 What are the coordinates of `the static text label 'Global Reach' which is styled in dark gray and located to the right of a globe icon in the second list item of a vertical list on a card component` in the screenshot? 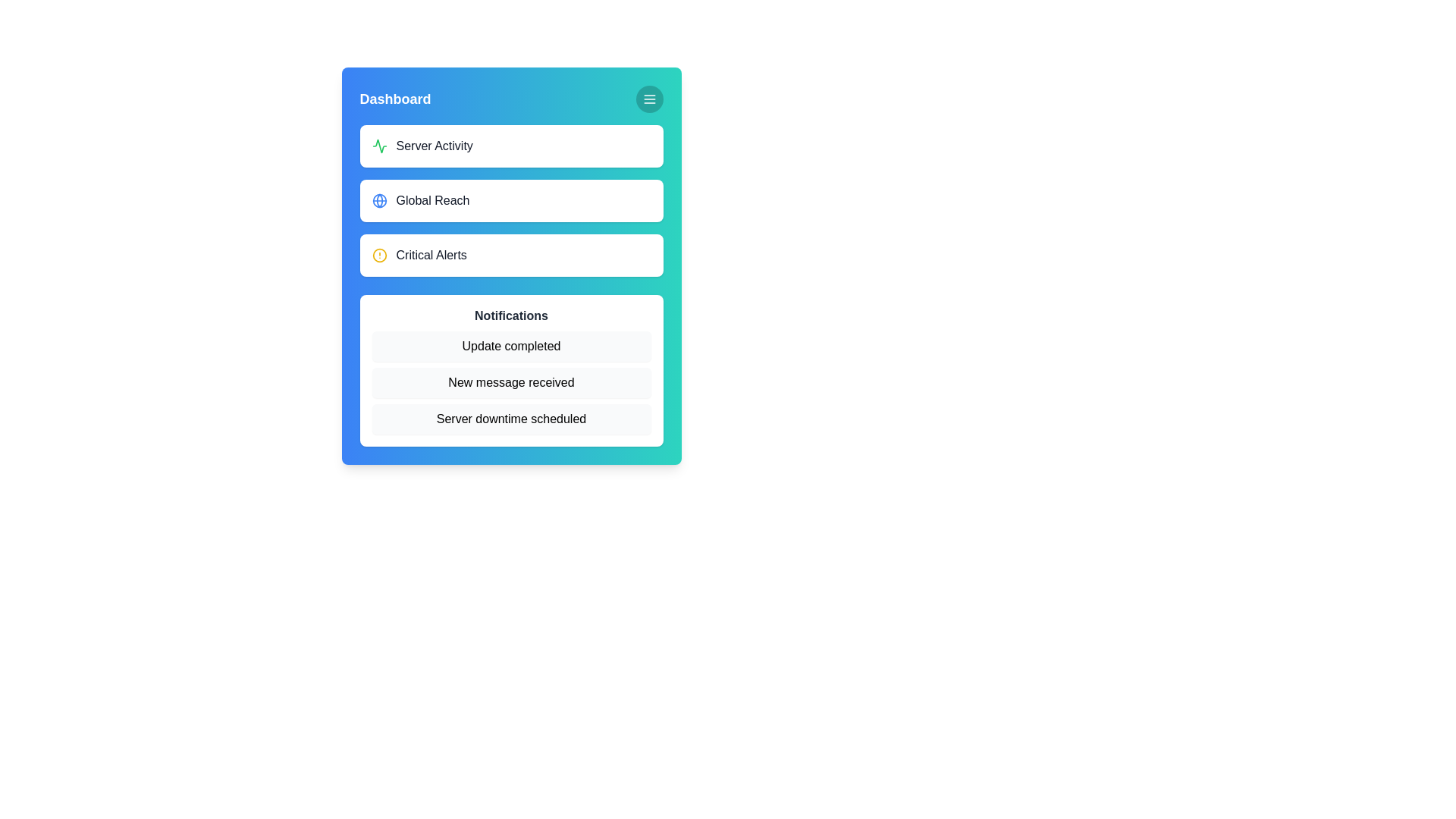 It's located at (432, 200).